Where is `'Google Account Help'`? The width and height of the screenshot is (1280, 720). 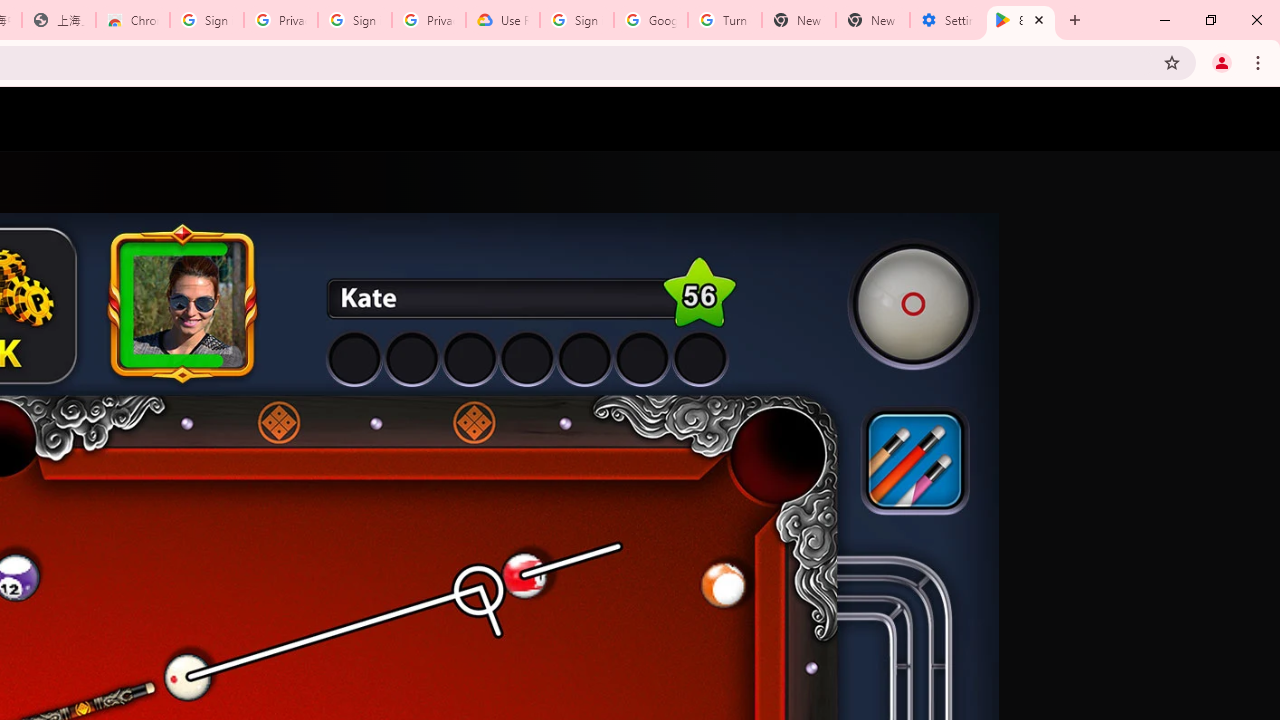
'Google Account Help' is located at coordinates (651, 20).